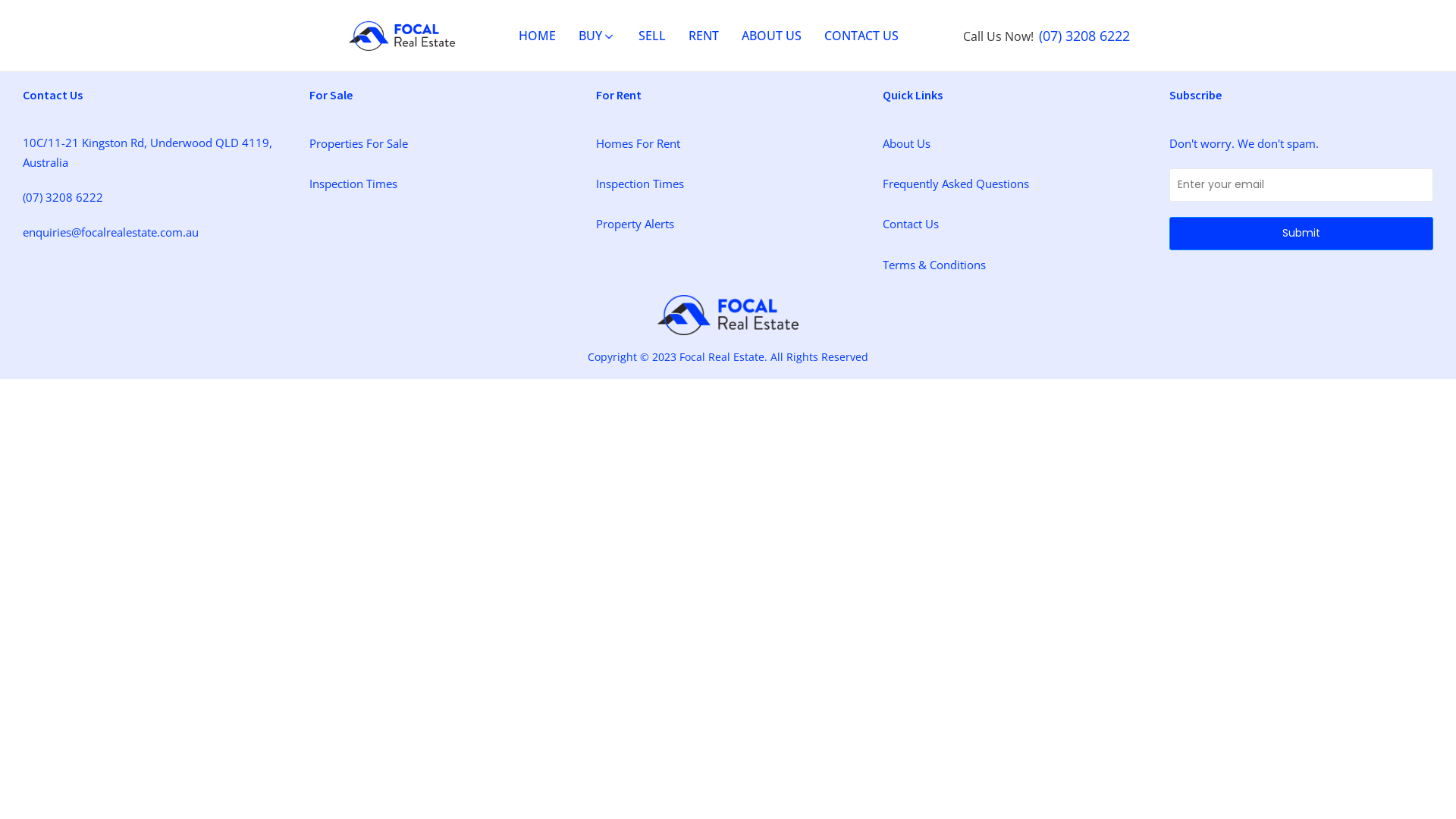  Describe the element at coordinates (702, 35) in the screenshot. I see `'RENT'` at that location.